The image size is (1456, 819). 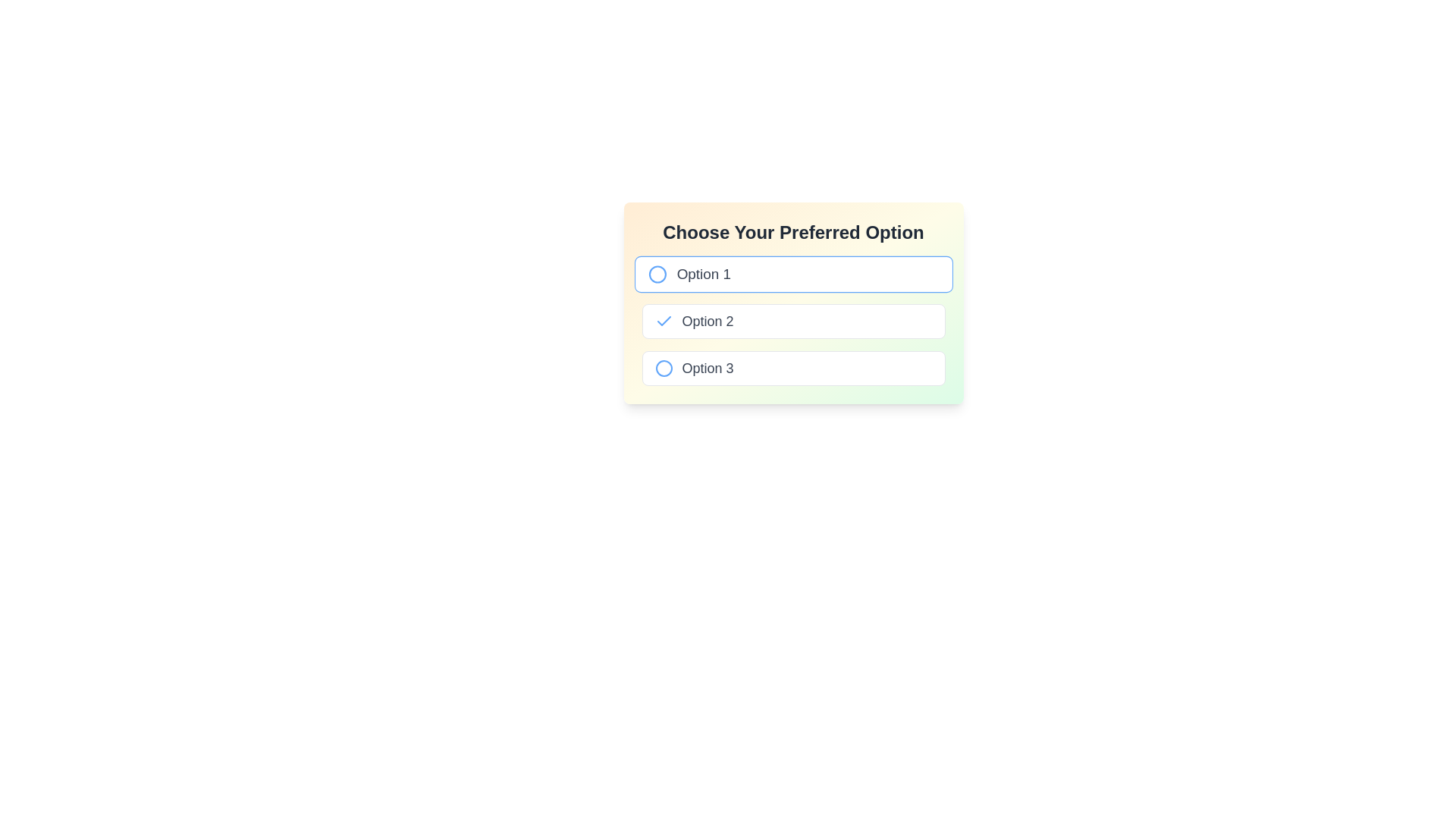 I want to click on the state of the blue checkmark icon located inside the 'Option 2' block, positioned immediately to the left of the text label 'Option 2', so click(x=664, y=321).